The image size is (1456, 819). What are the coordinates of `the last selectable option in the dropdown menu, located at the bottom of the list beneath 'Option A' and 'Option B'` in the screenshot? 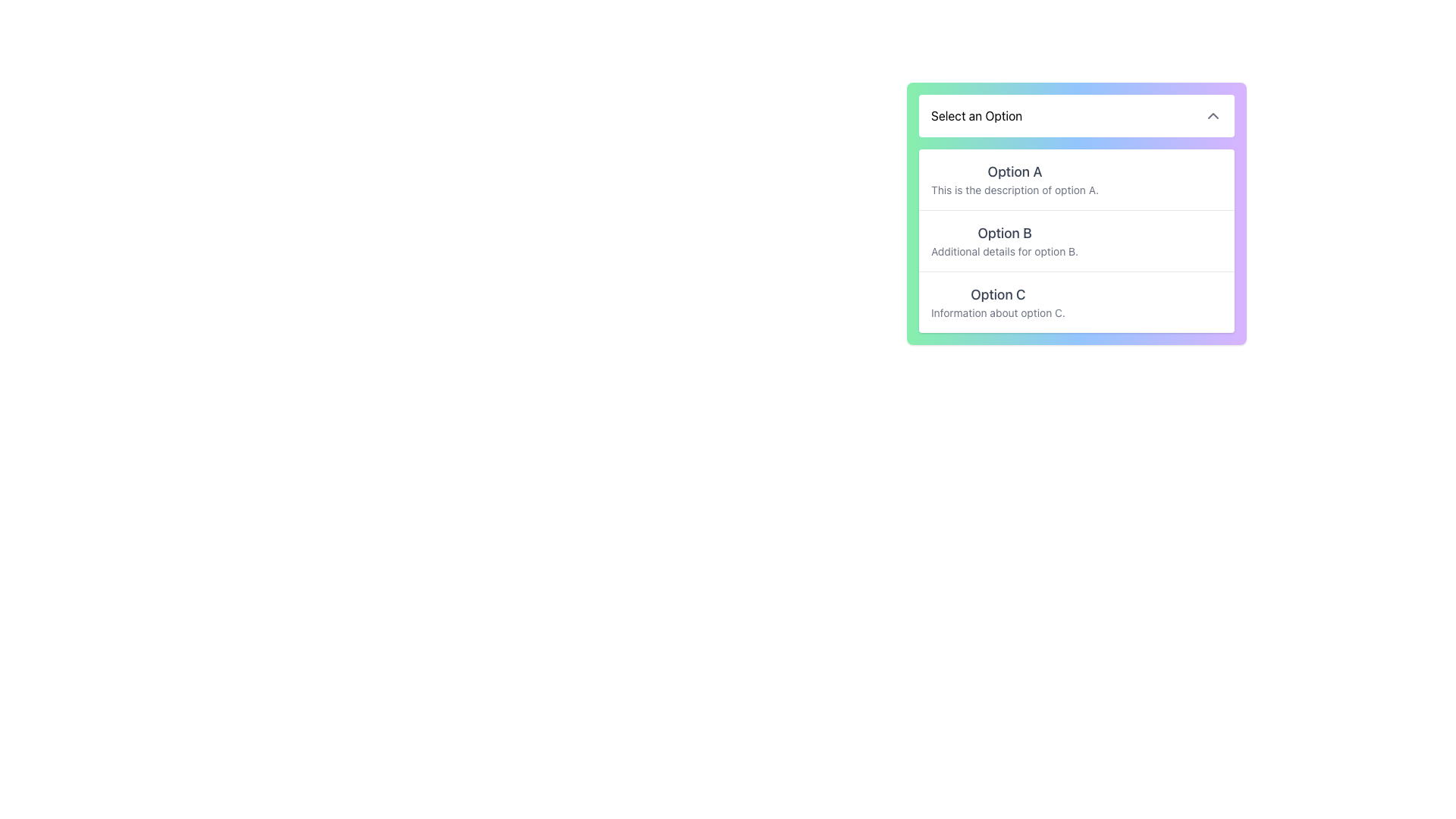 It's located at (998, 302).